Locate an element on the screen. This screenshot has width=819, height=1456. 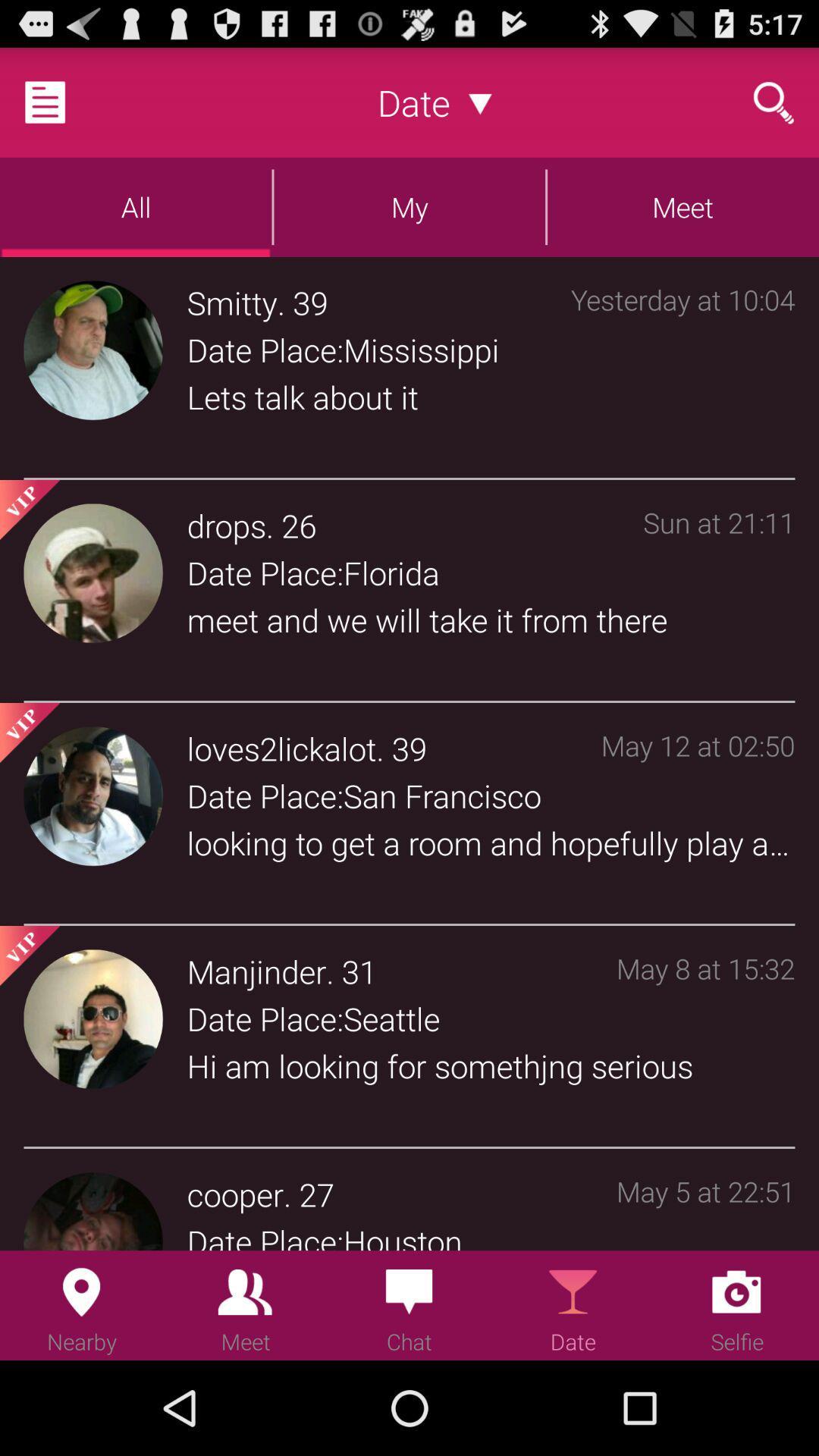
sort by date is located at coordinates (480, 102).